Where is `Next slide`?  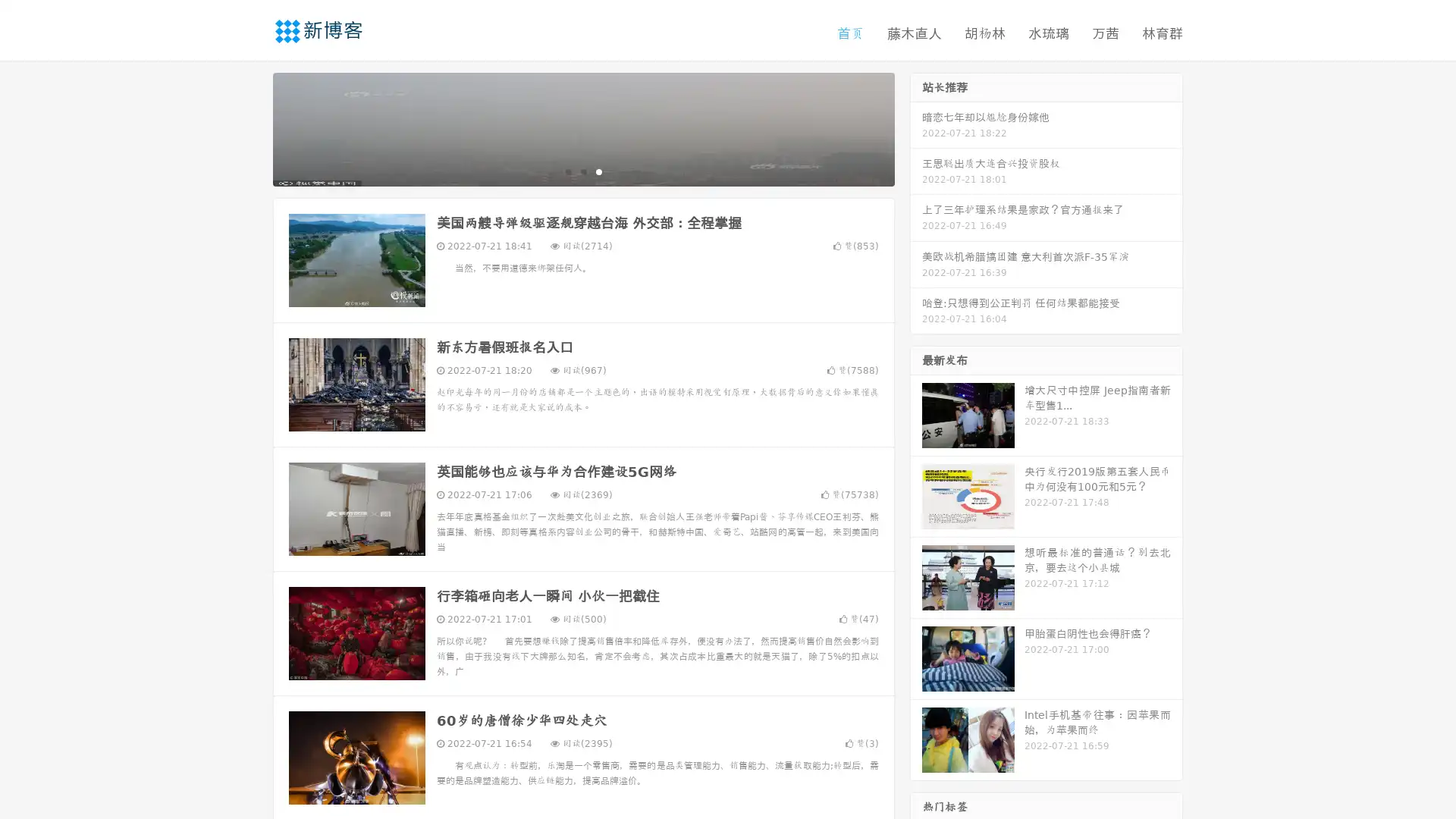 Next slide is located at coordinates (916, 127).